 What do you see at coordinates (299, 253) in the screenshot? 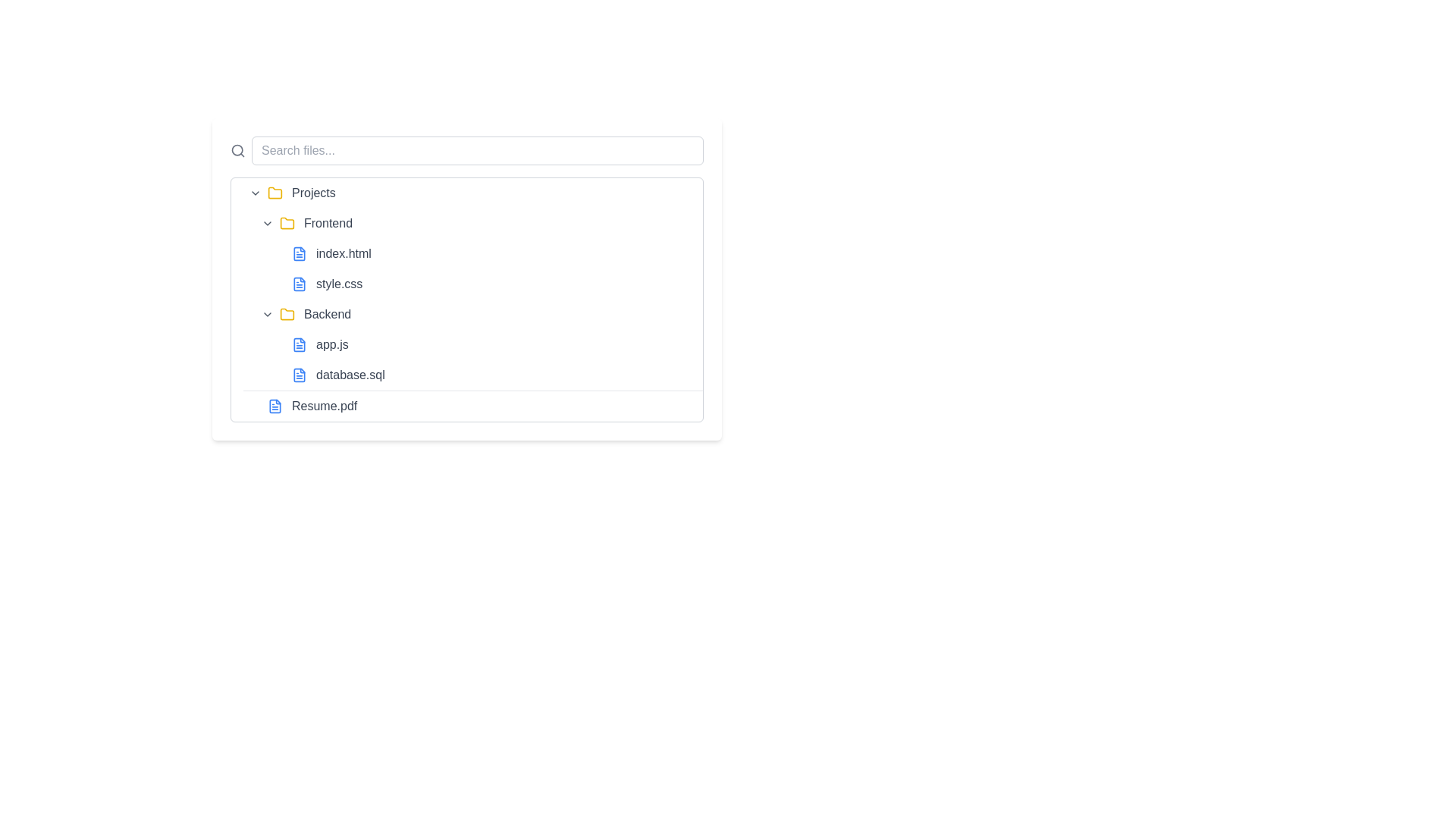
I see `the rectangular-shaped file icon with a light blue color scheme that represents 'index.html'` at bounding box center [299, 253].